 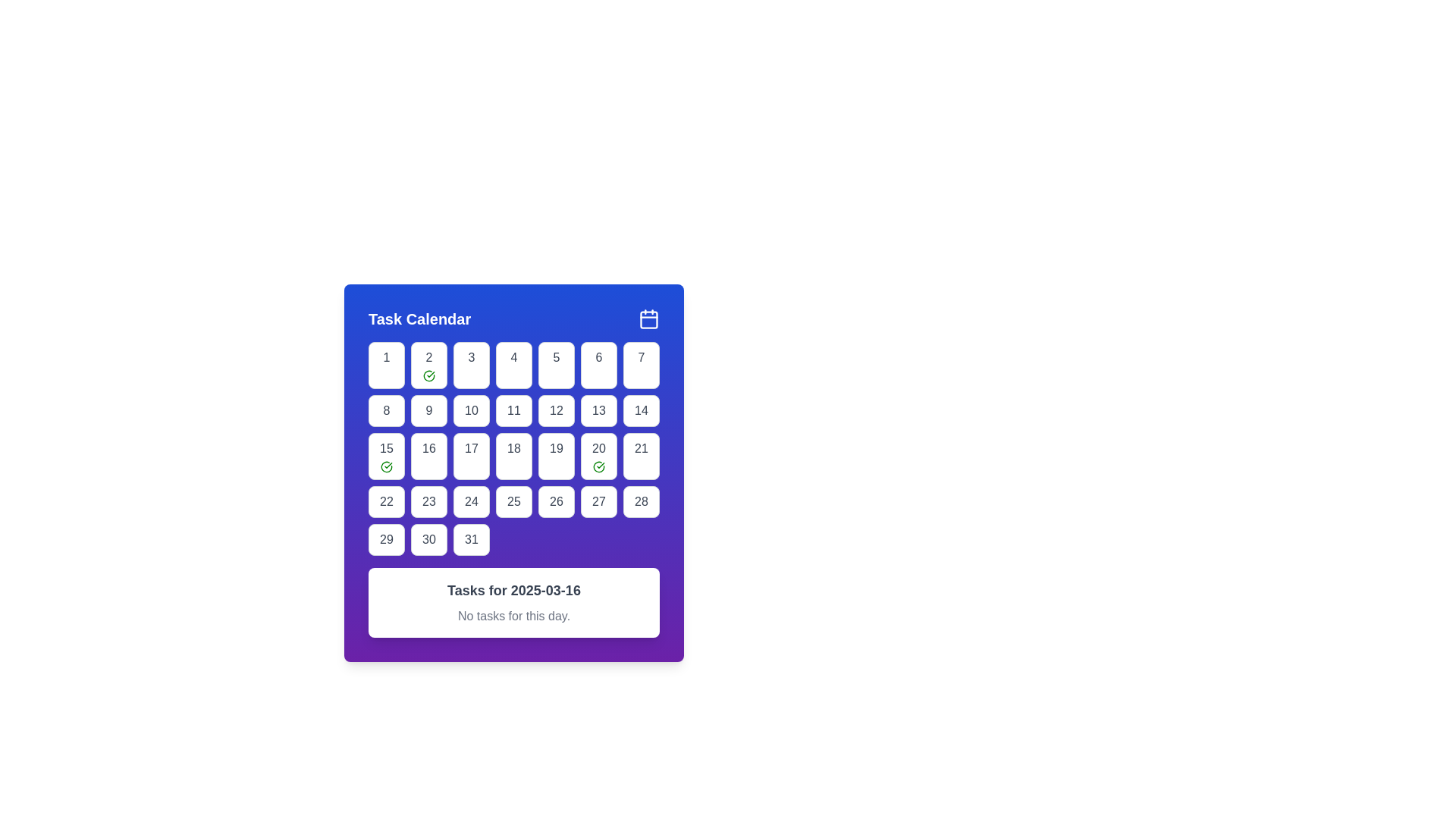 I want to click on the static text indicating the seventh day of the month in the calendar, which is positioned in the upper right corner of the blue-themed widget, so click(x=641, y=357).